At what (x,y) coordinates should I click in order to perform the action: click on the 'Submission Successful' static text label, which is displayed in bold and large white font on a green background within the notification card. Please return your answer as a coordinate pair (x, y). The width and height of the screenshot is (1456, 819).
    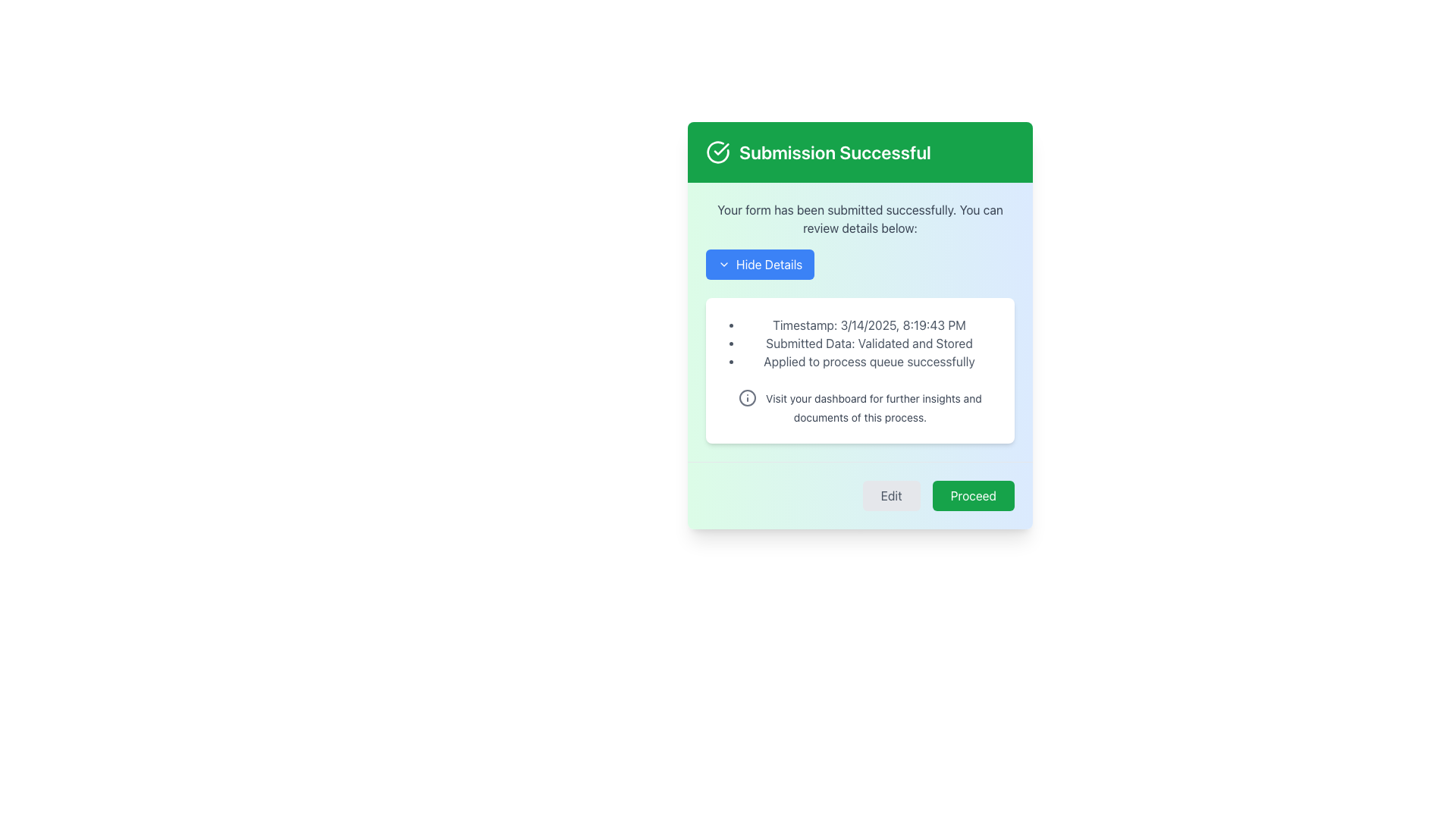
    Looking at the image, I should click on (834, 152).